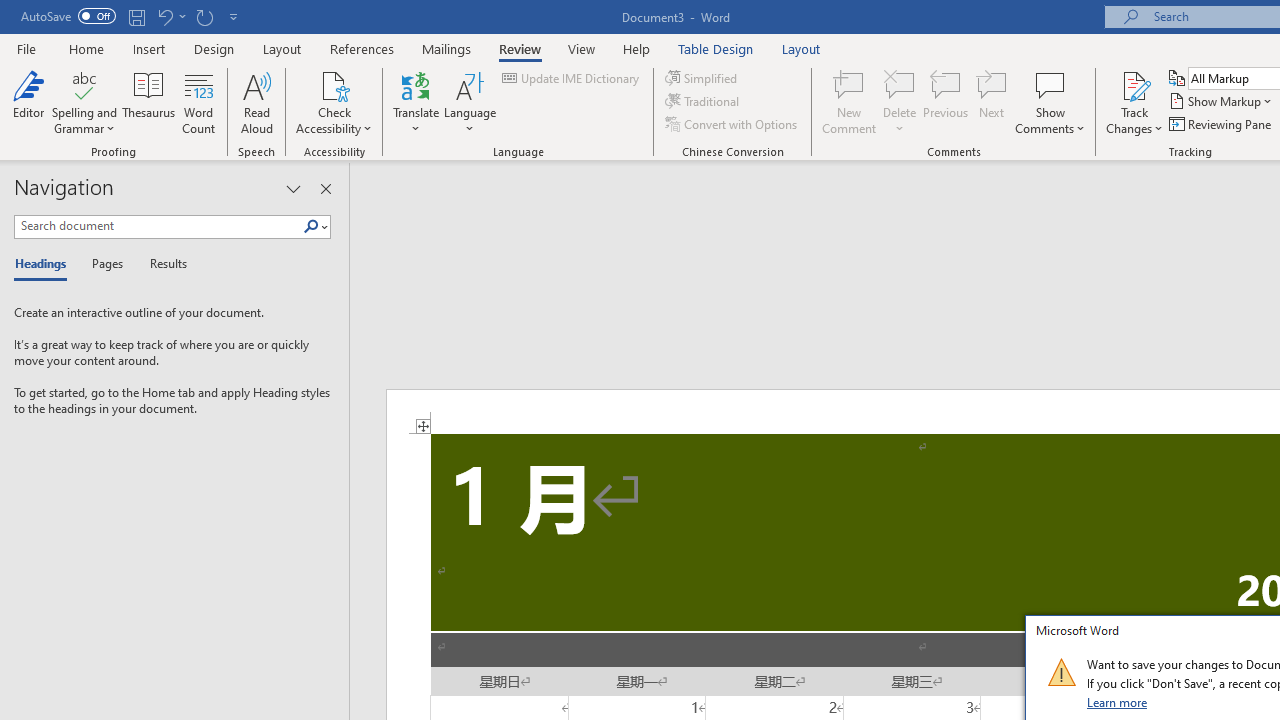  What do you see at coordinates (84, 103) in the screenshot?
I see `'Spelling and Grammar'` at bounding box center [84, 103].